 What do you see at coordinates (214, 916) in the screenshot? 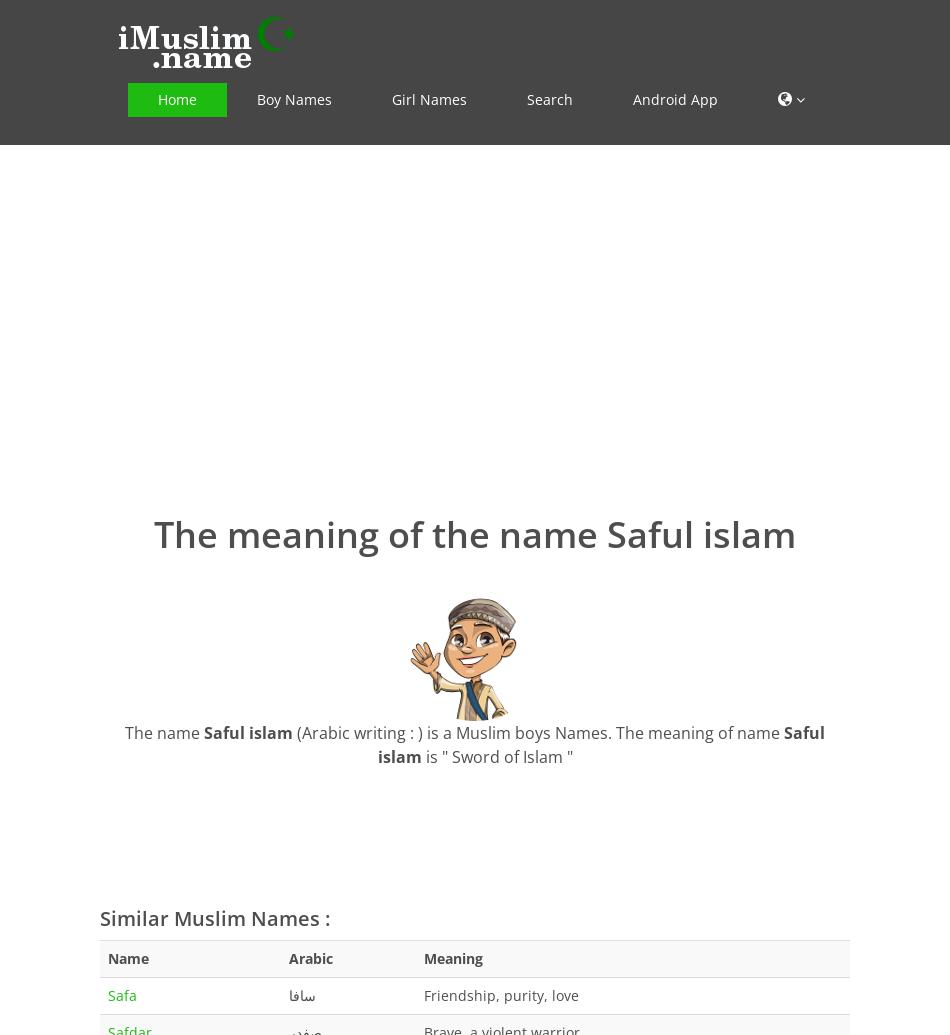
I see `'Similar Muslim Names :'` at bounding box center [214, 916].